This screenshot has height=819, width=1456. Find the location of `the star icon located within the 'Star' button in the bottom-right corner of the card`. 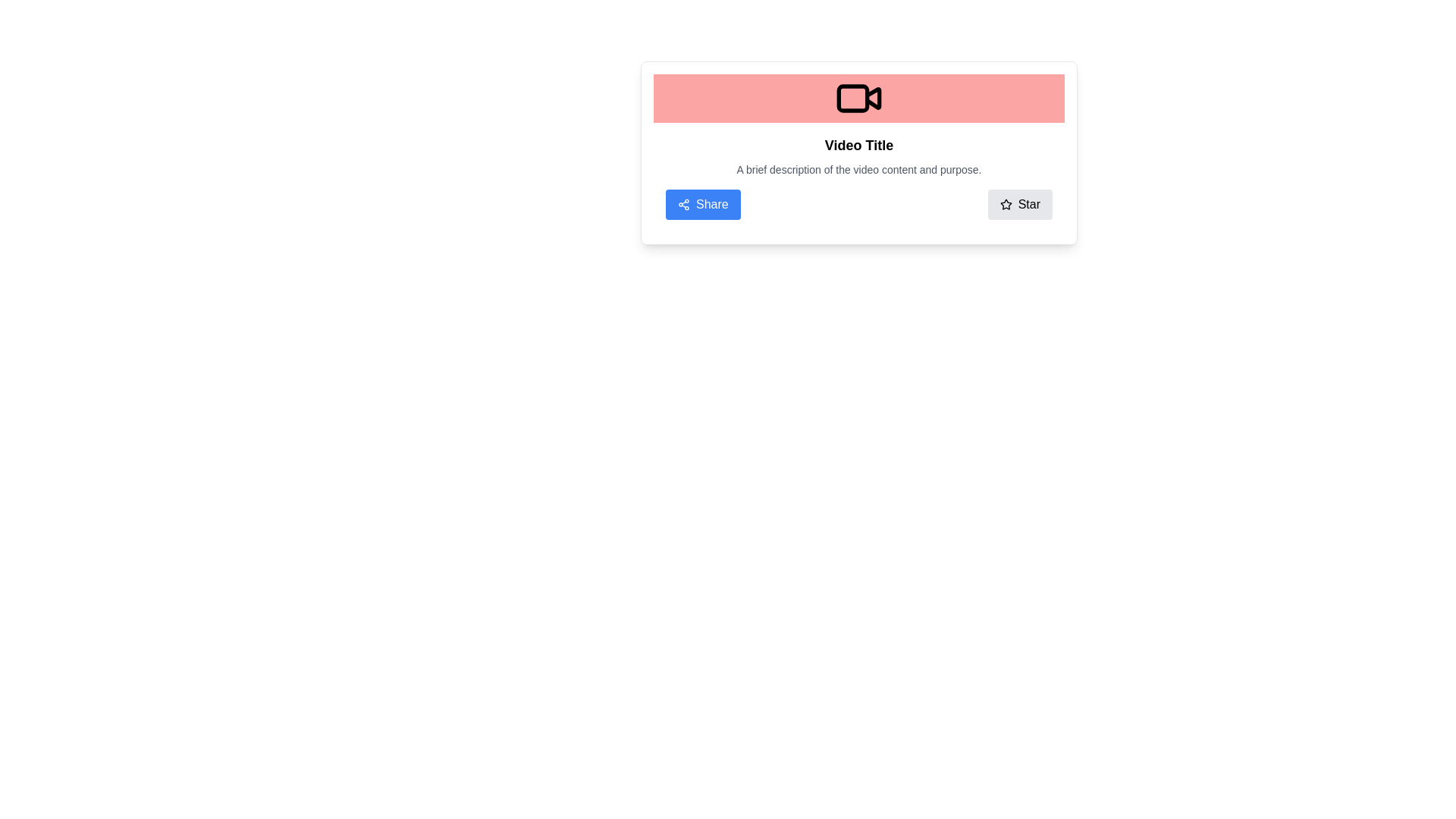

the star icon located within the 'Star' button in the bottom-right corner of the card is located at coordinates (1006, 203).